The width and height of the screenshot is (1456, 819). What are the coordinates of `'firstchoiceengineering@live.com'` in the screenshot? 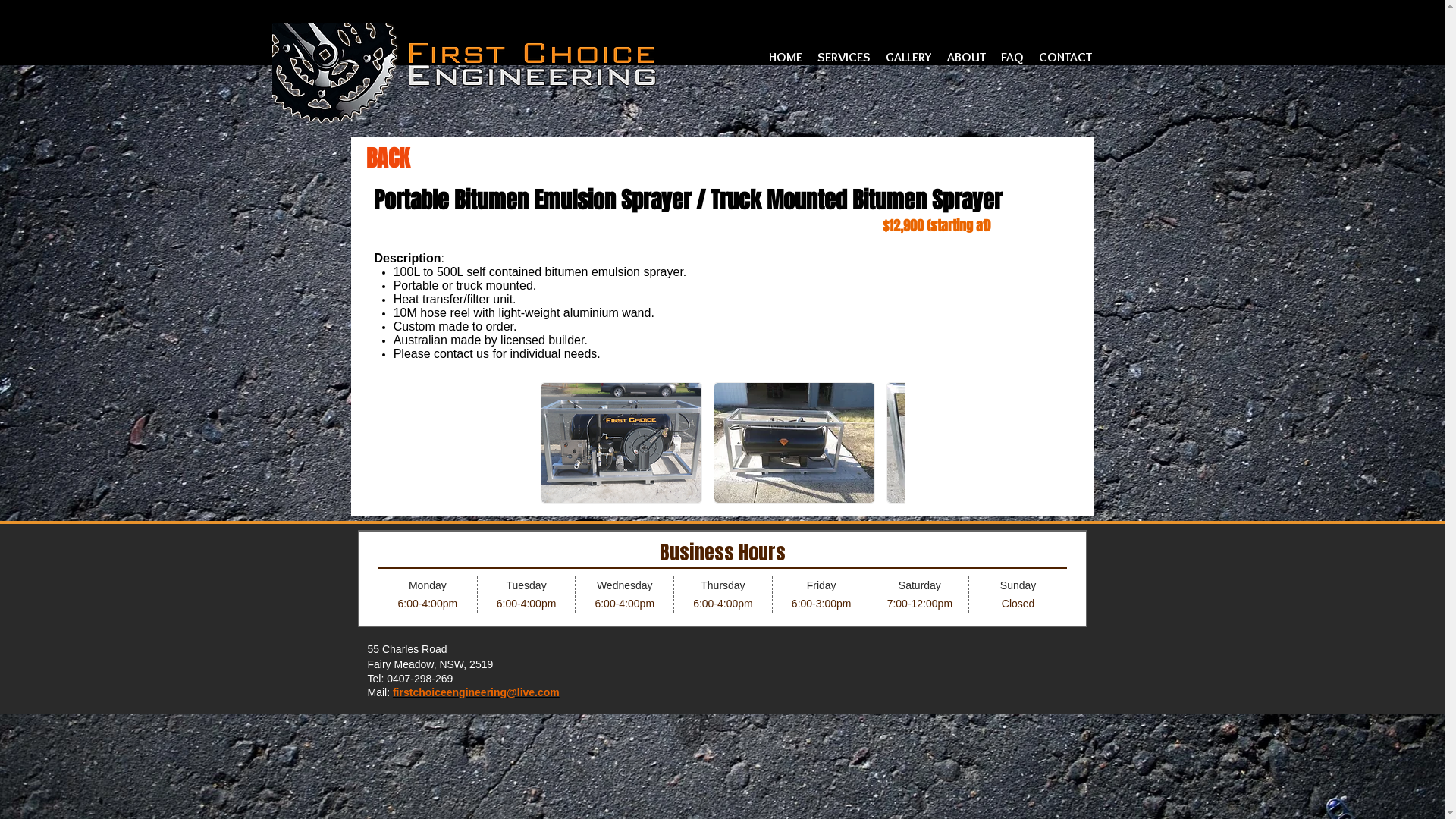 It's located at (475, 692).